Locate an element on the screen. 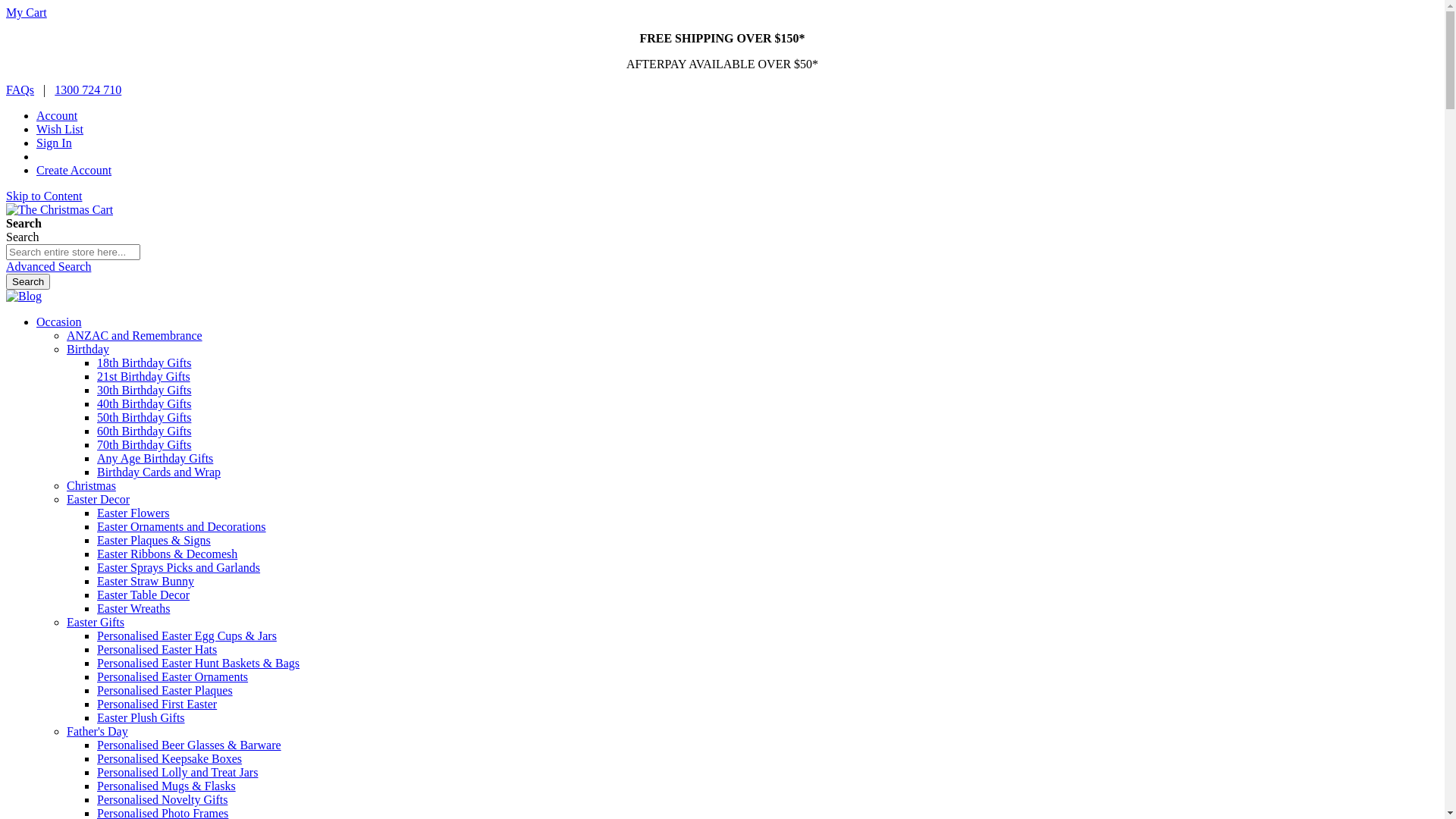 Image resolution: width=1456 pixels, height=819 pixels. 'Personalised Keepsake Boxes' is located at coordinates (169, 758).